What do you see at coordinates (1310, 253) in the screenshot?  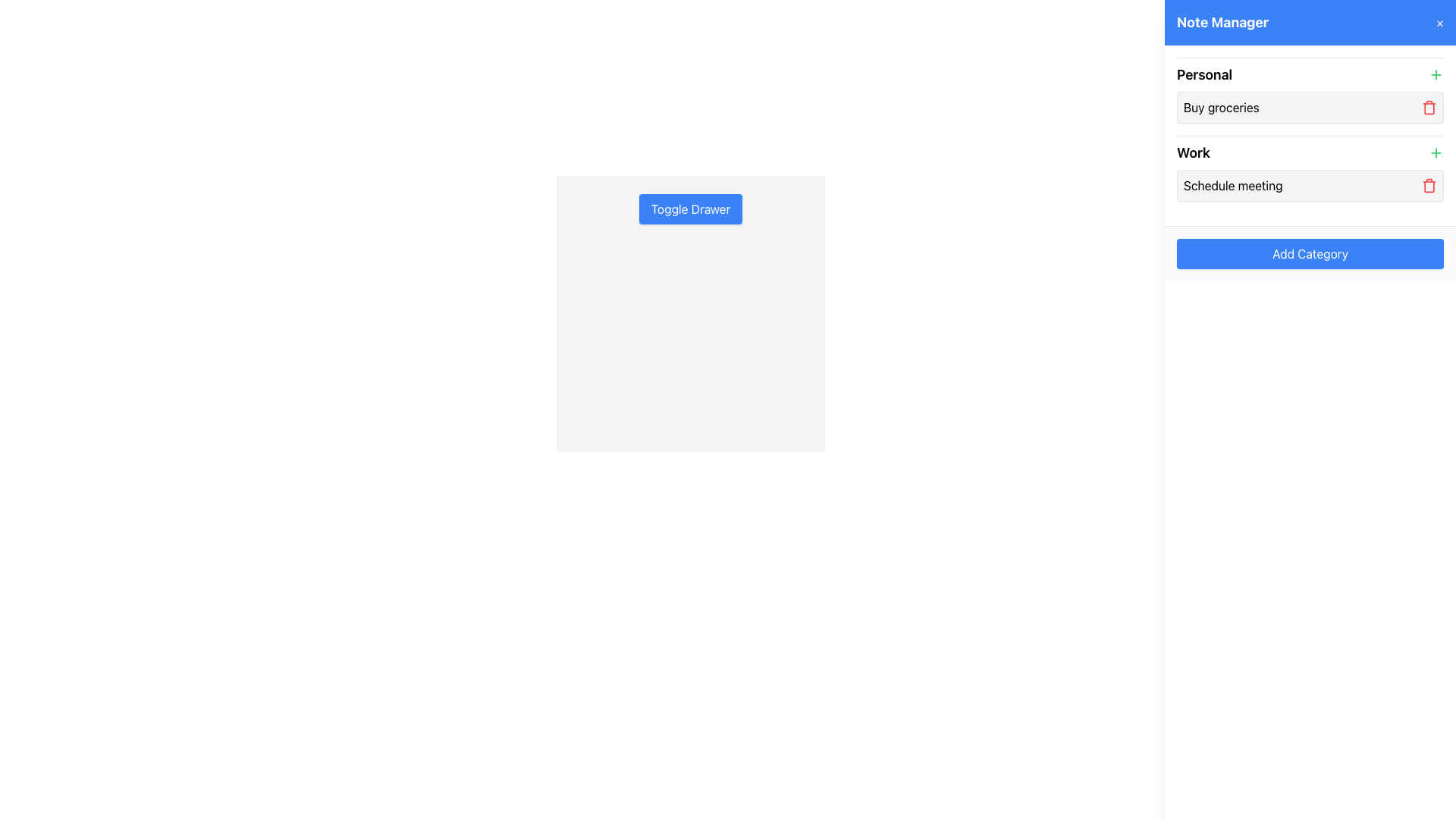 I see `the 'Add New Category' button located in the 'Note Manager' section, positioned at the bottom below the 'Work' category` at bounding box center [1310, 253].